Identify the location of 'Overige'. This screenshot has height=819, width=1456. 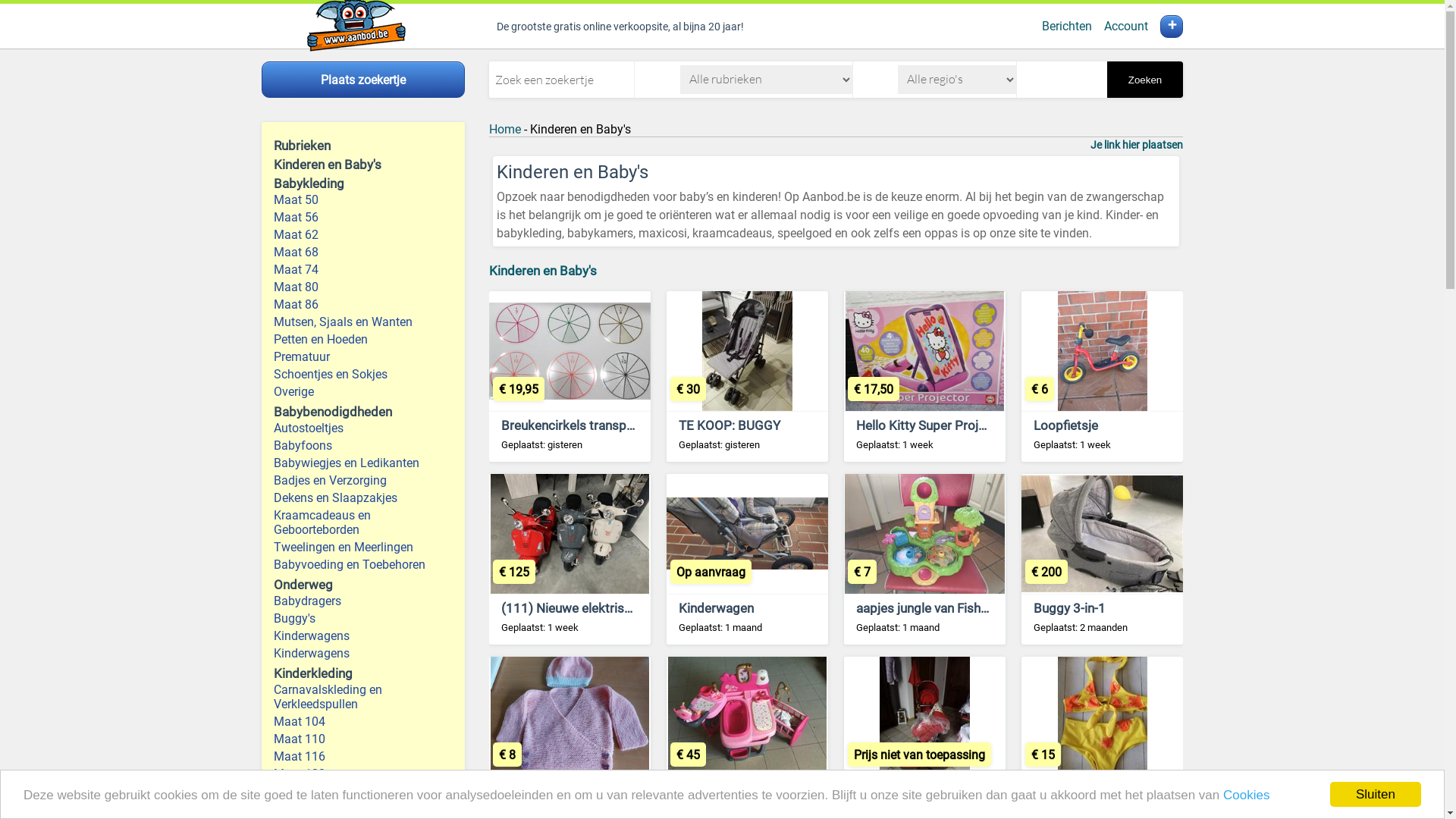
(273, 391).